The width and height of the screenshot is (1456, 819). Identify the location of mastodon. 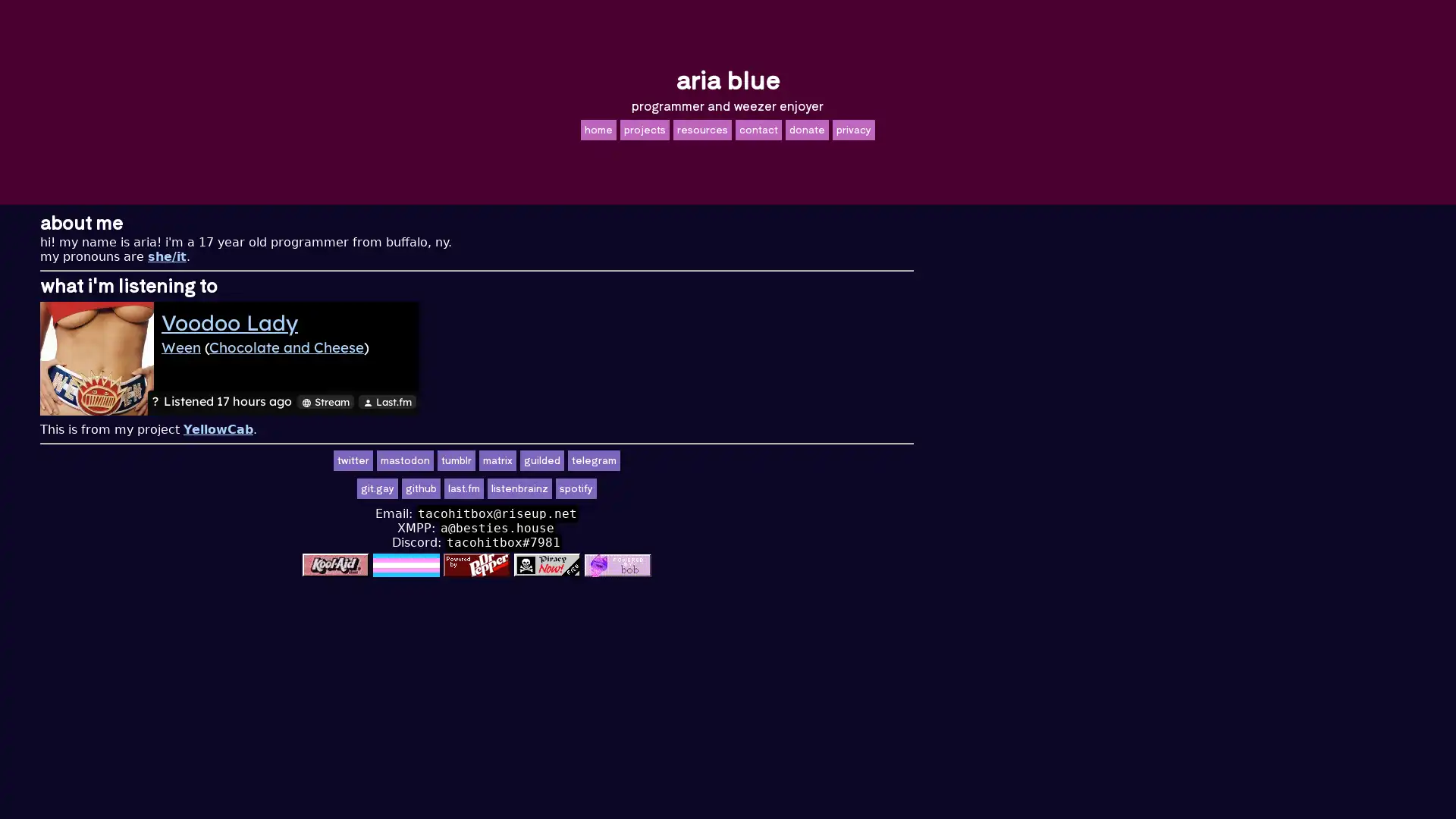
(656, 460).